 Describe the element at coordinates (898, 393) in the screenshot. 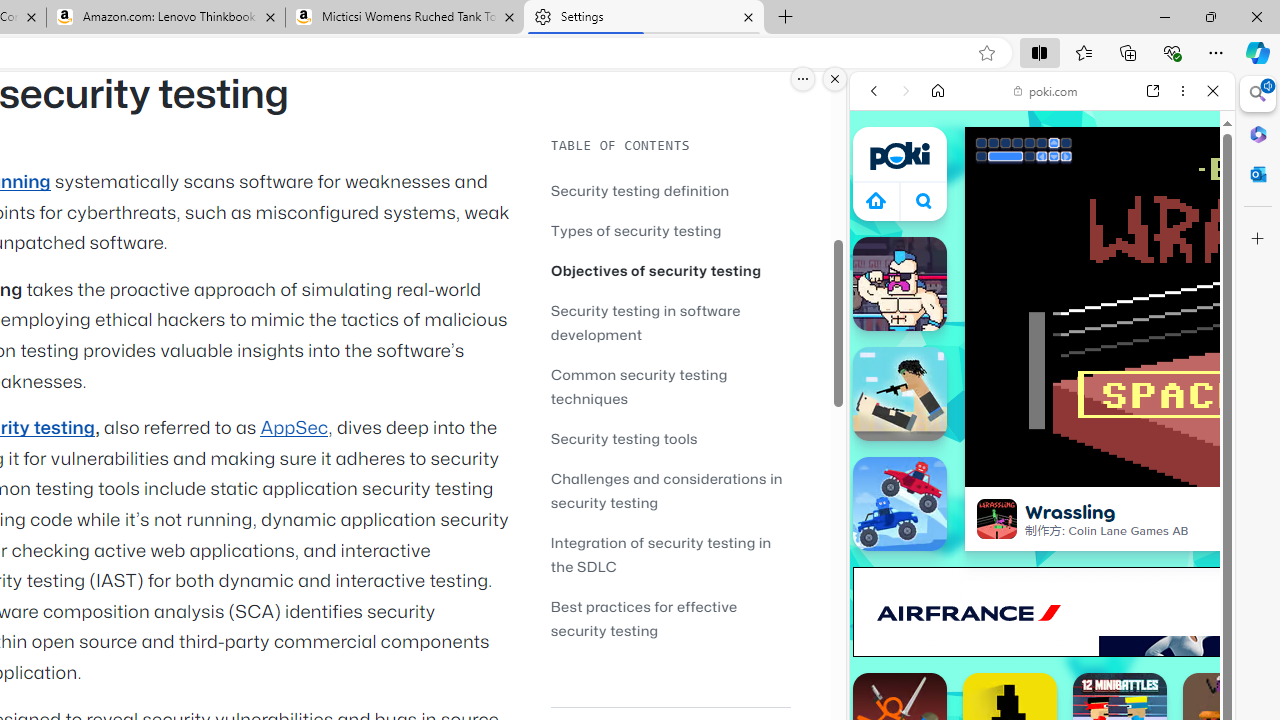

I see `'Rooftop Snipers'` at that location.